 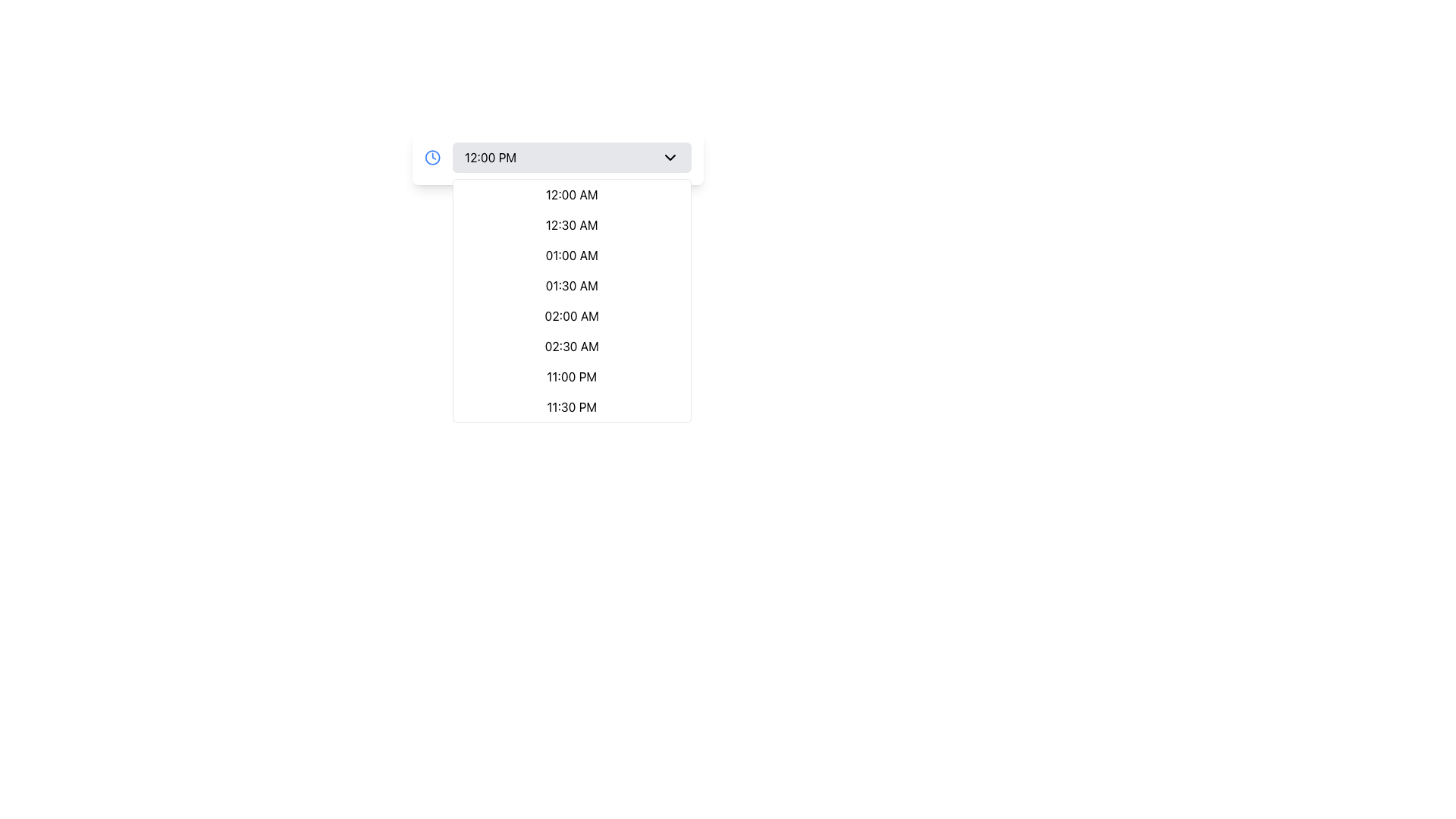 I want to click on the '11:30 PM' time selection option in the dropdown menu, which is styled in black font on a white background and is the last item in the list, so click(x=570, y=406).